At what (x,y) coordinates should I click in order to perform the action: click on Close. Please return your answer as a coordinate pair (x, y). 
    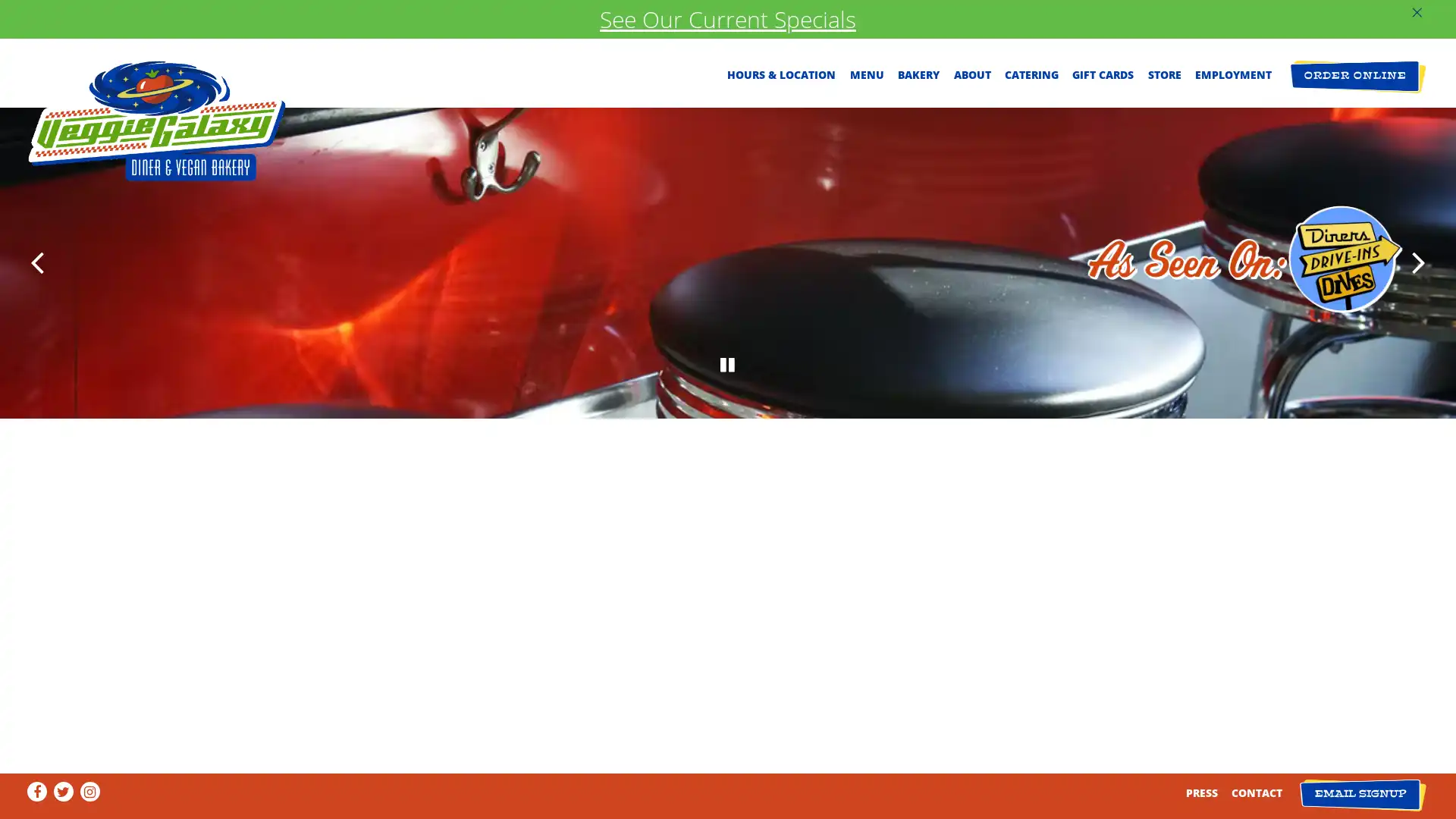
    Looking at the image, I should click on (948, 214).